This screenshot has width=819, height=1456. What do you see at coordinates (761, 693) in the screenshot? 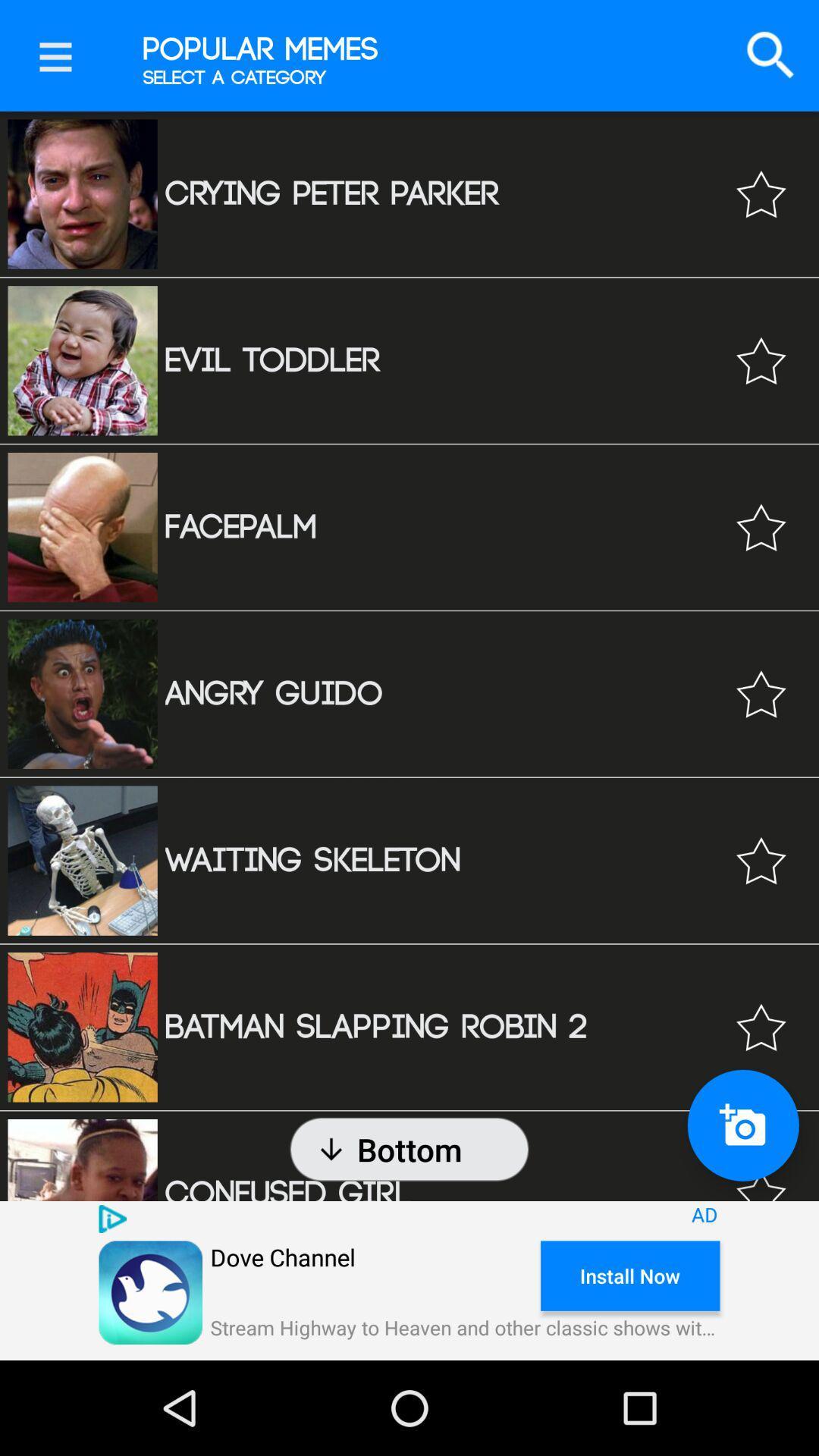
I see `mark as favorite` at bounding box center [761, 693].